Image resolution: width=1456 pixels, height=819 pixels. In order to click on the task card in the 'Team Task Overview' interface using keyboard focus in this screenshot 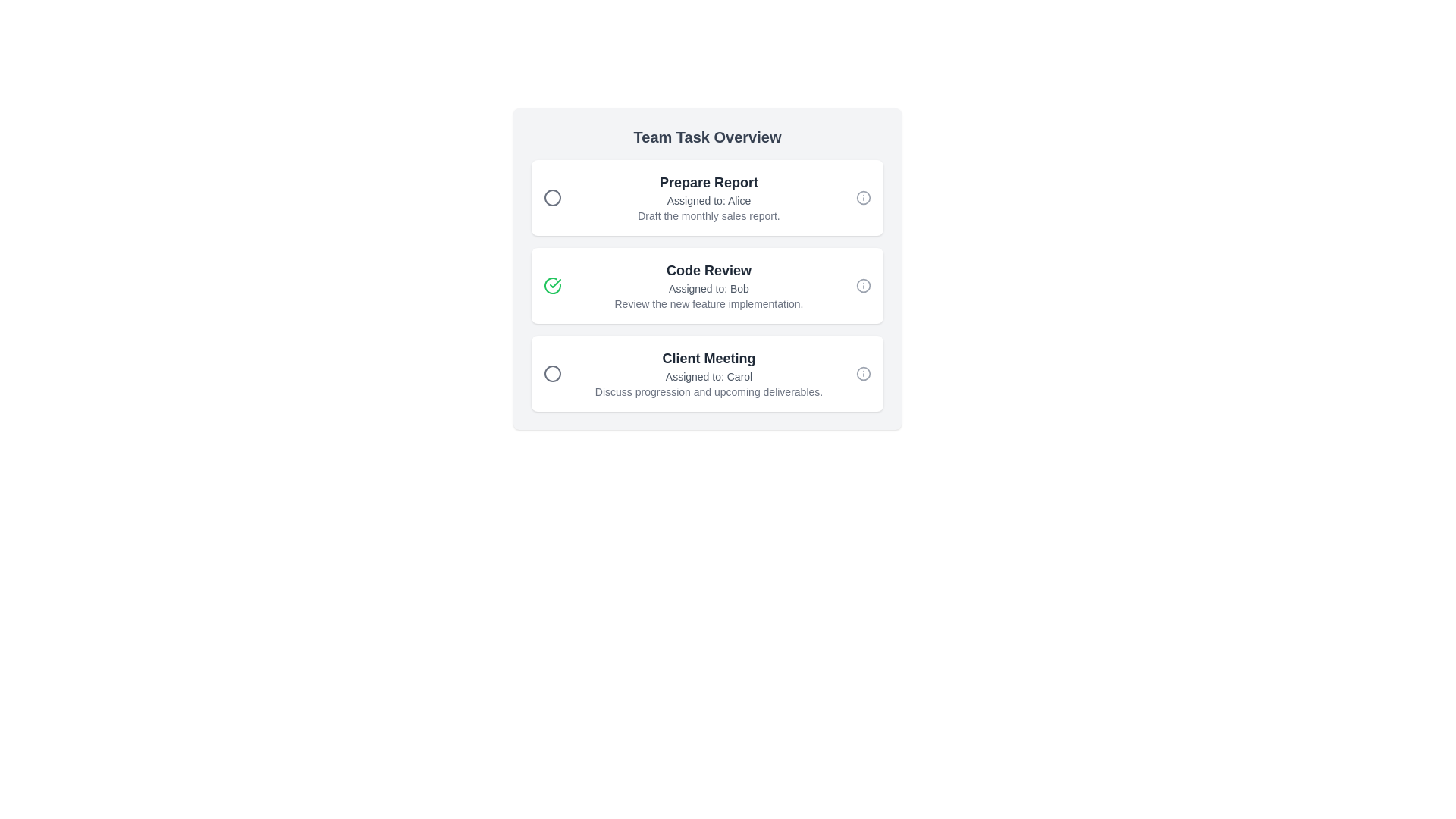, I will do `click(708, 286)`.